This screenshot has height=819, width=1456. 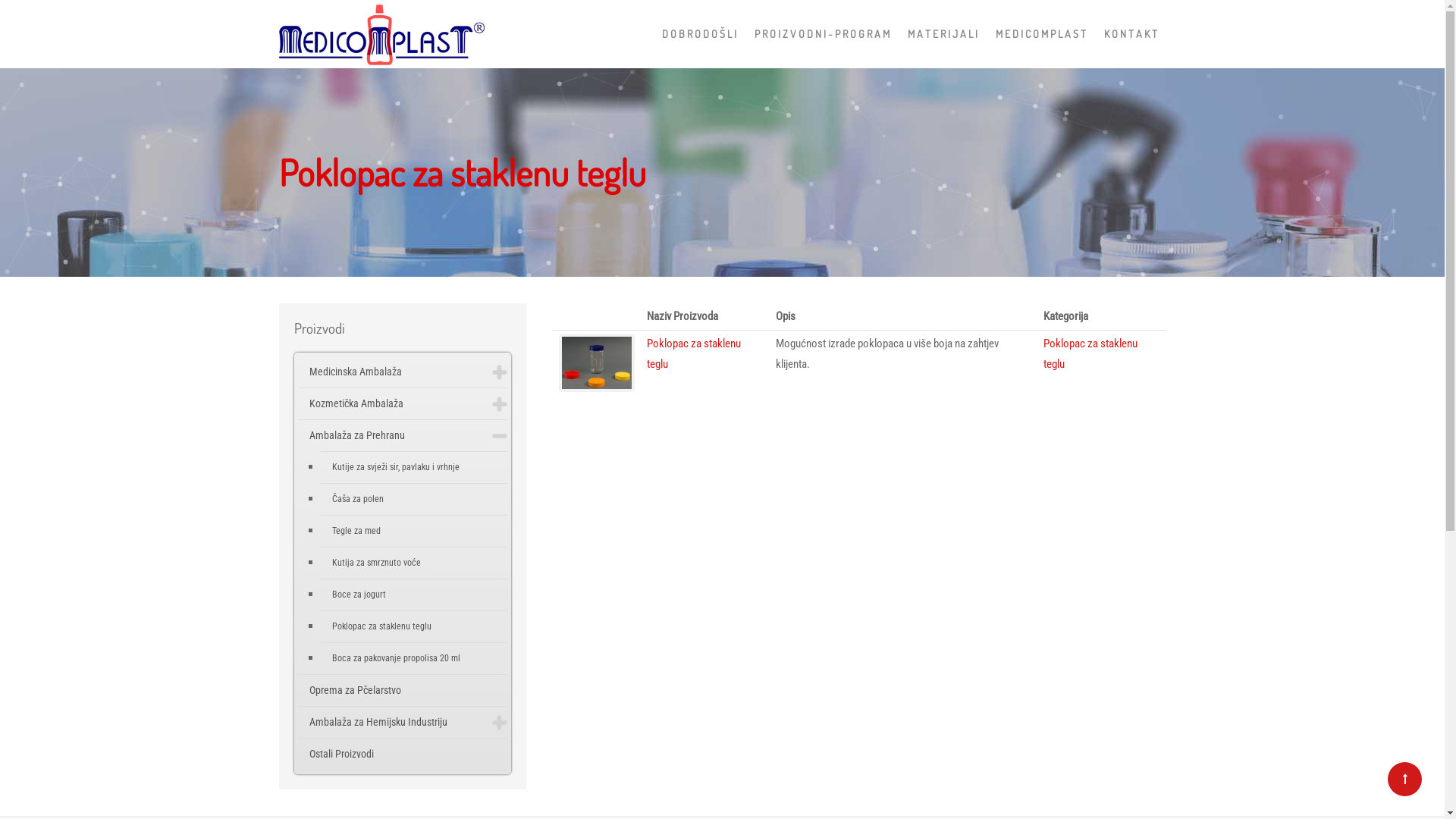 What do you see at coordinates (413, 657) in the screenshot?
I see `'Boca za pakovanje propolisa 20 ml'` at bounding box center [413, 657].